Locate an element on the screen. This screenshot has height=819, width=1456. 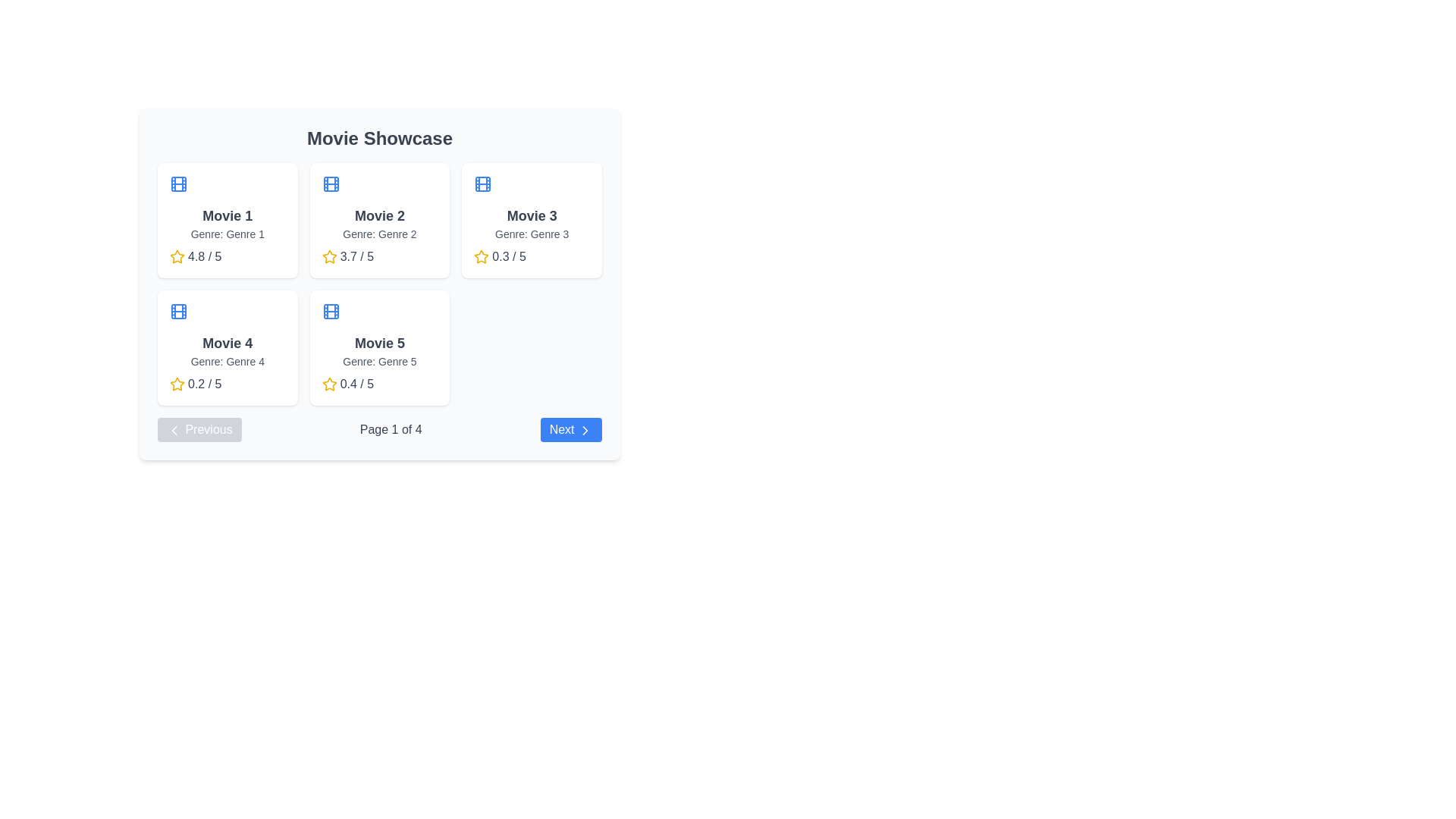
the rating text label for 'Movie 3' located in the top-right of the 'Movie Showcase' grid is located at coordinates (509, 256).